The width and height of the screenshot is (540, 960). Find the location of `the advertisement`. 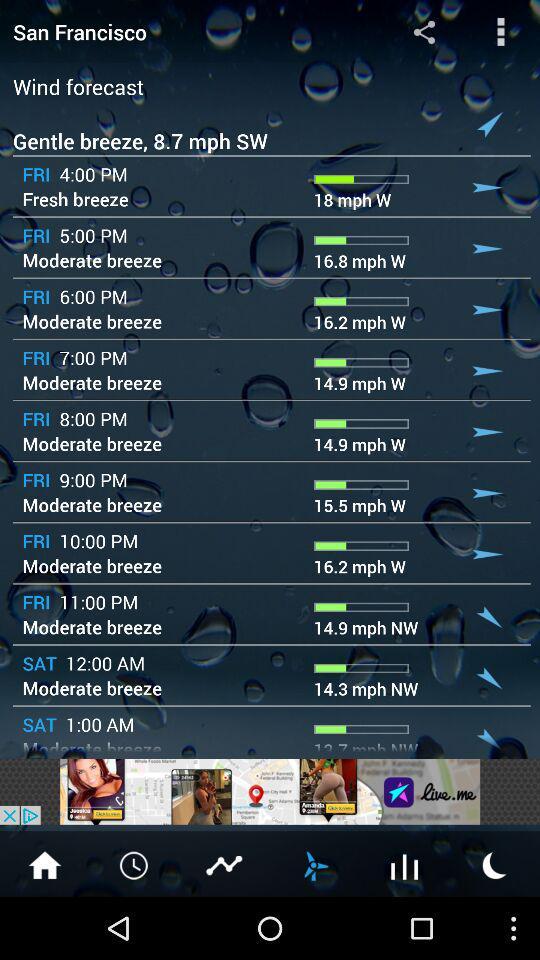

the advertisement is located at coordinates (270, 791).